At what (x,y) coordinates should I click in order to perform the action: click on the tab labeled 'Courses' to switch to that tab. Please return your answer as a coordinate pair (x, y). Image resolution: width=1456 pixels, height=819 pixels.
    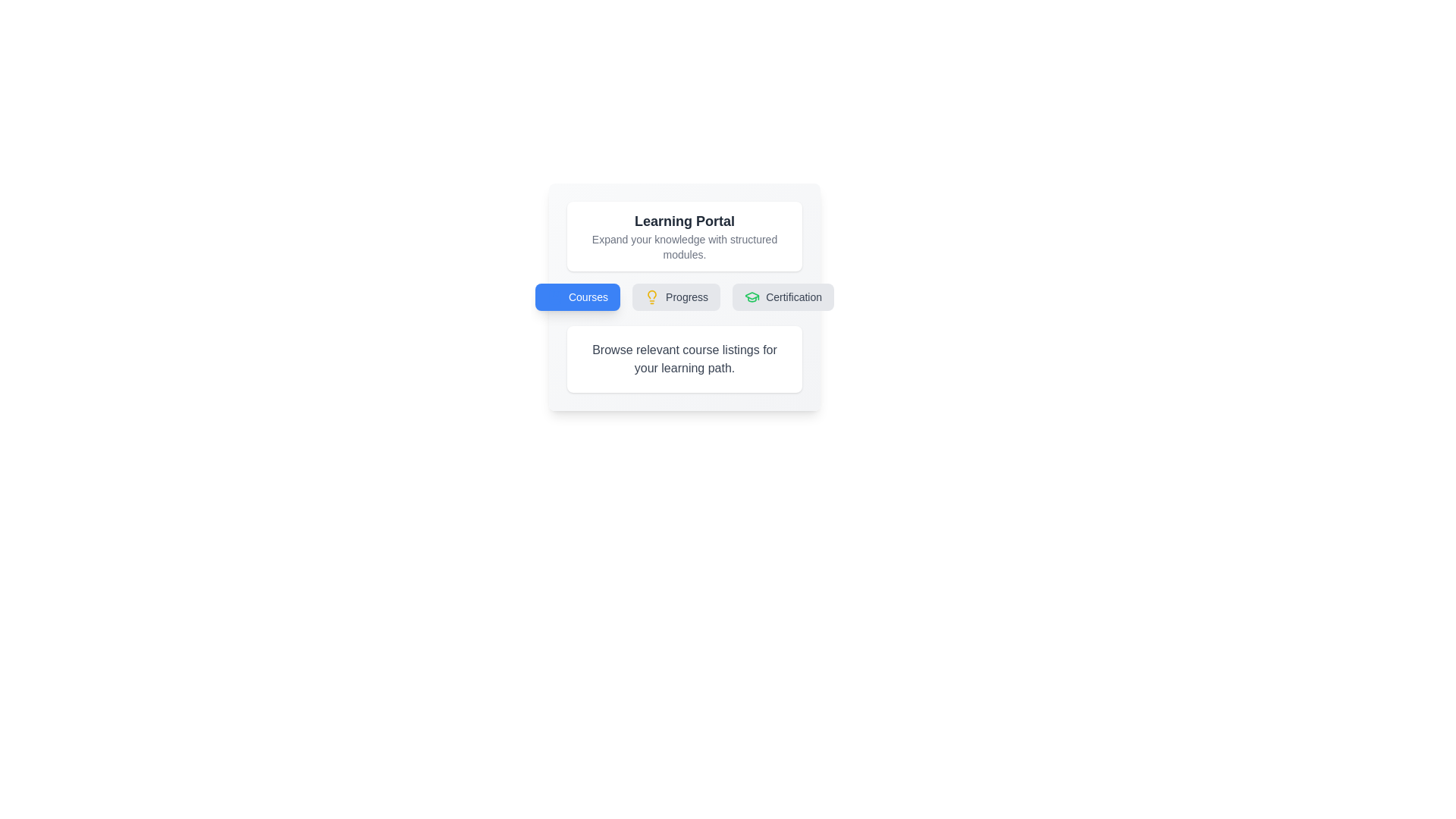
    Looking at the image, I should click on (577, 297).